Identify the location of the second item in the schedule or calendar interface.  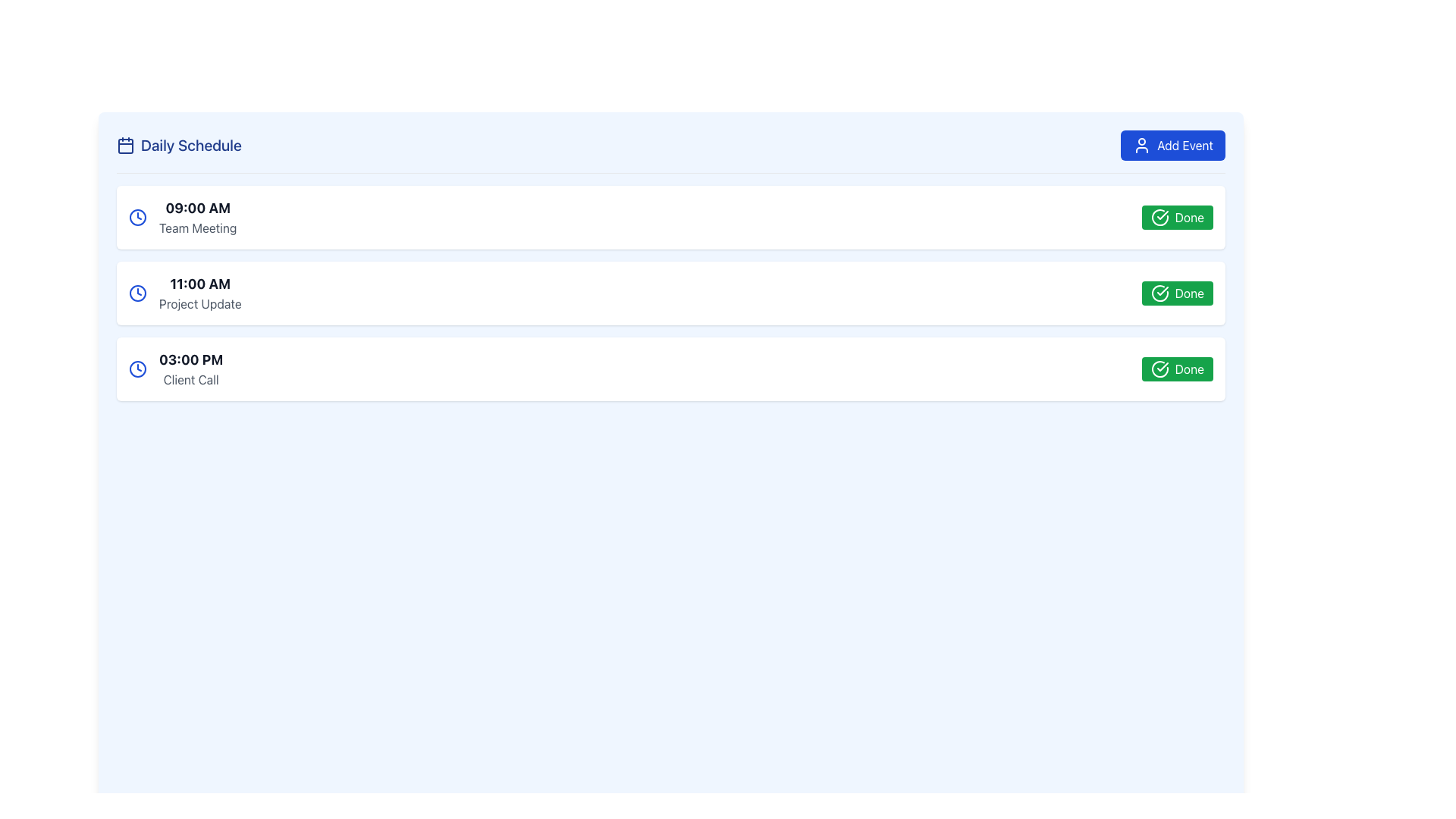
(199, 293).